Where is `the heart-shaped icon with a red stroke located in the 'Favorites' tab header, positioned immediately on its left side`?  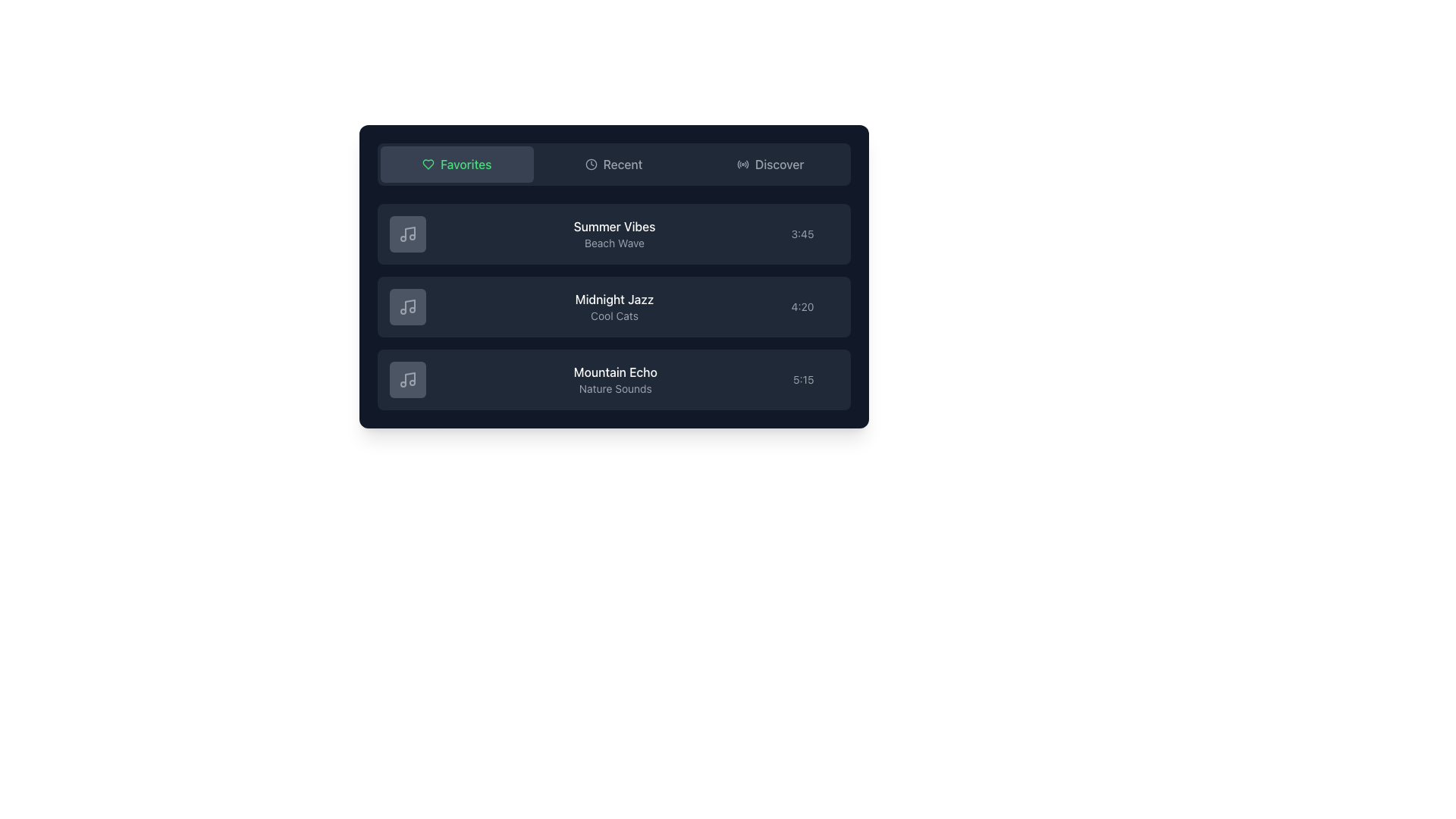 the heart-shaped icon with a red stroke located in the 'Favorites' tab header, positioned immediately on its left side is located at coordinates (428, 164).